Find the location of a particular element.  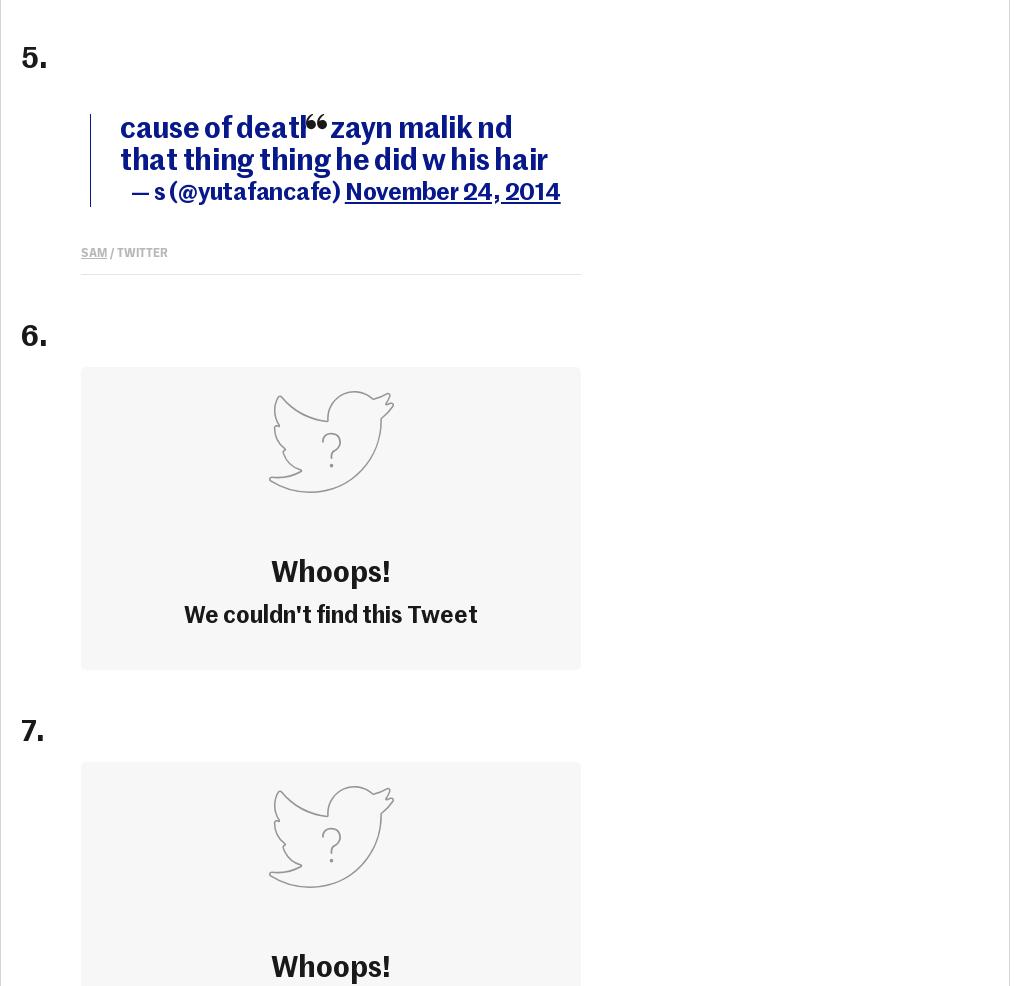

'November 24, 2014' is located at coordinates (452, 190).